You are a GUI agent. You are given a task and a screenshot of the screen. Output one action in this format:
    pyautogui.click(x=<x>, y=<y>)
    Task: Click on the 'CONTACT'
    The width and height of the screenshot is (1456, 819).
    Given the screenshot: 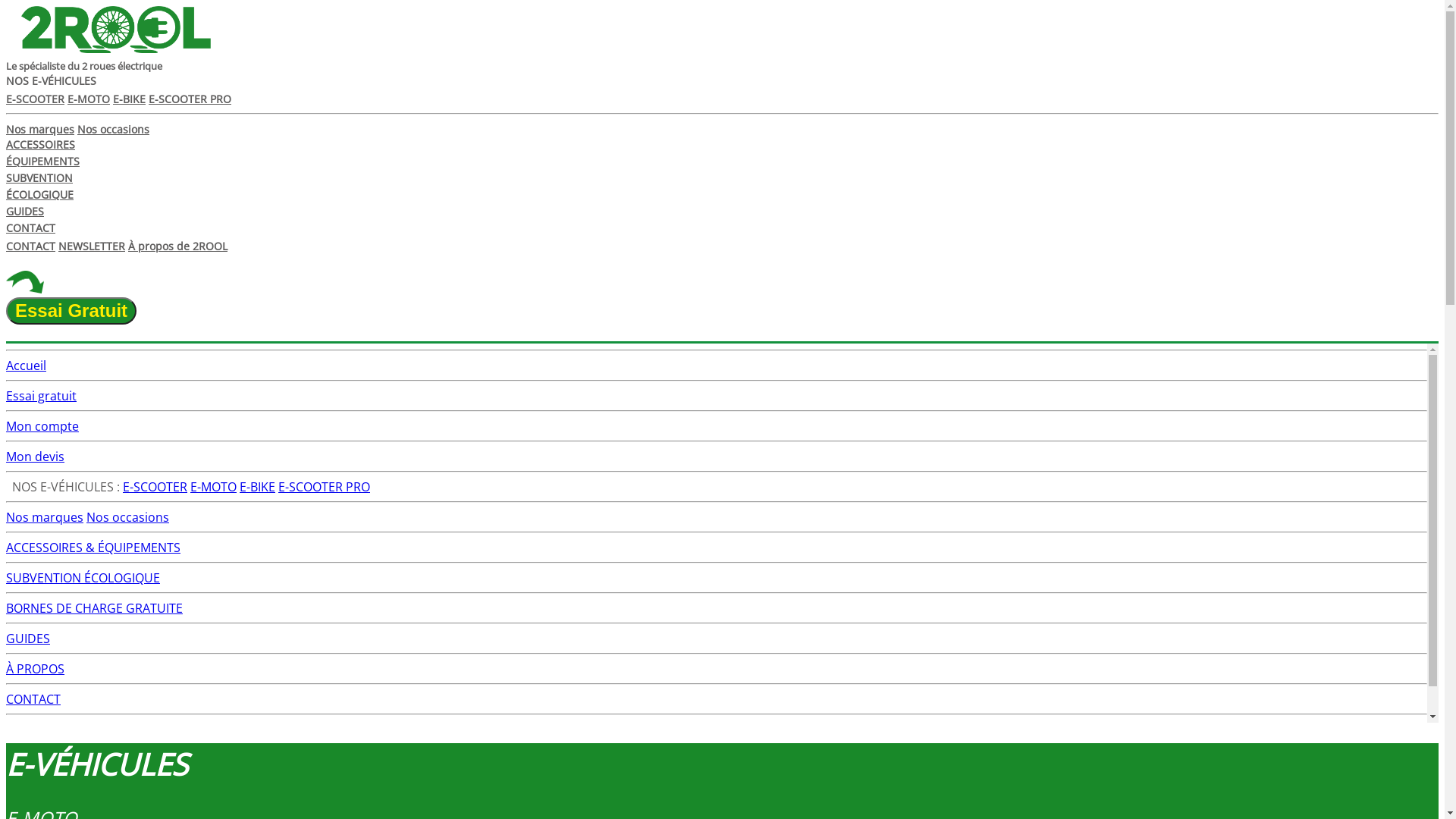 What is the action you would take?
    pyautogui.click(x=33, y=698)
    